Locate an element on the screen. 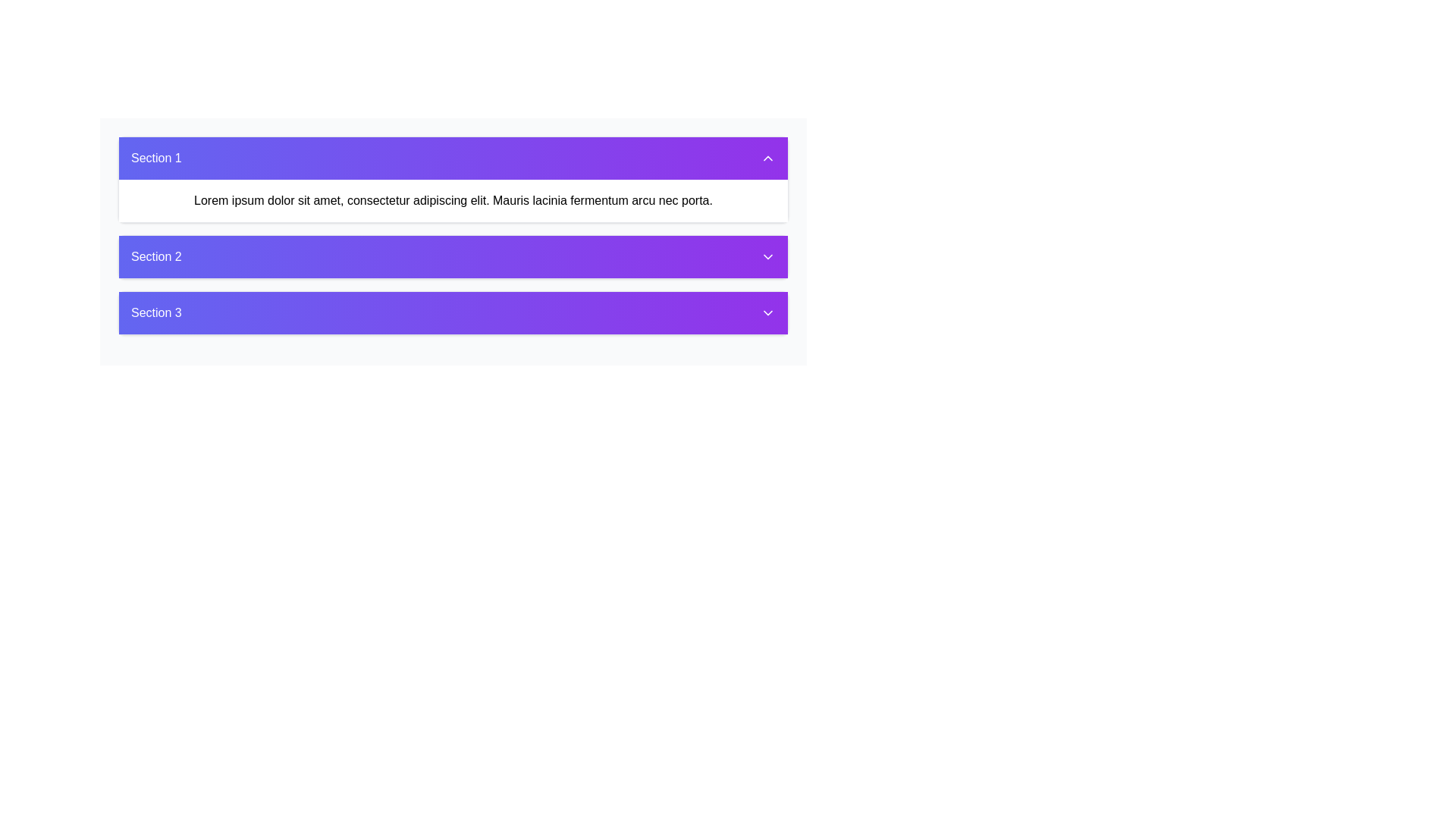  the section title is located at coordinates (156, 256).